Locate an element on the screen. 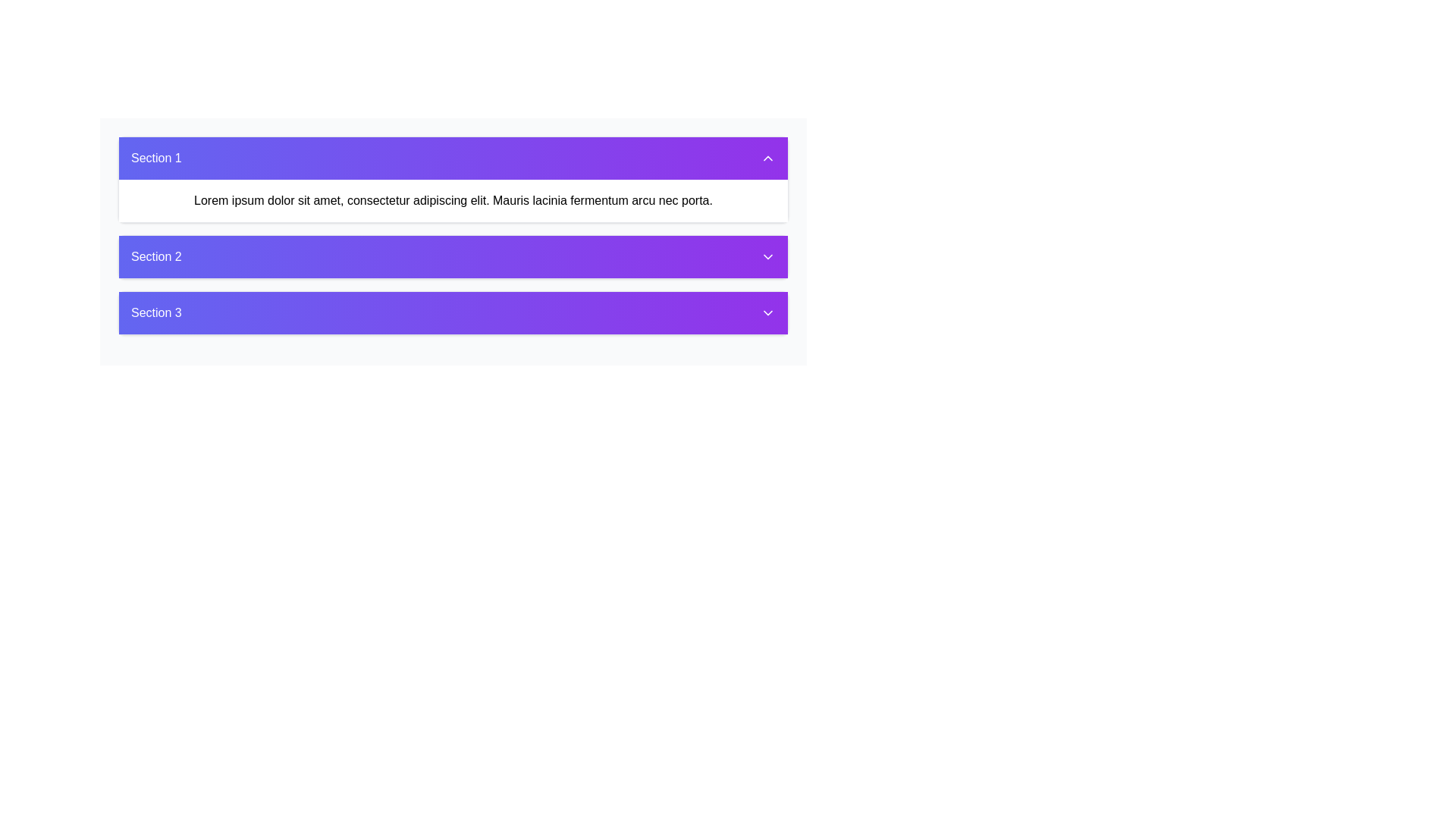  the section title is located at coordinates (156, 256).